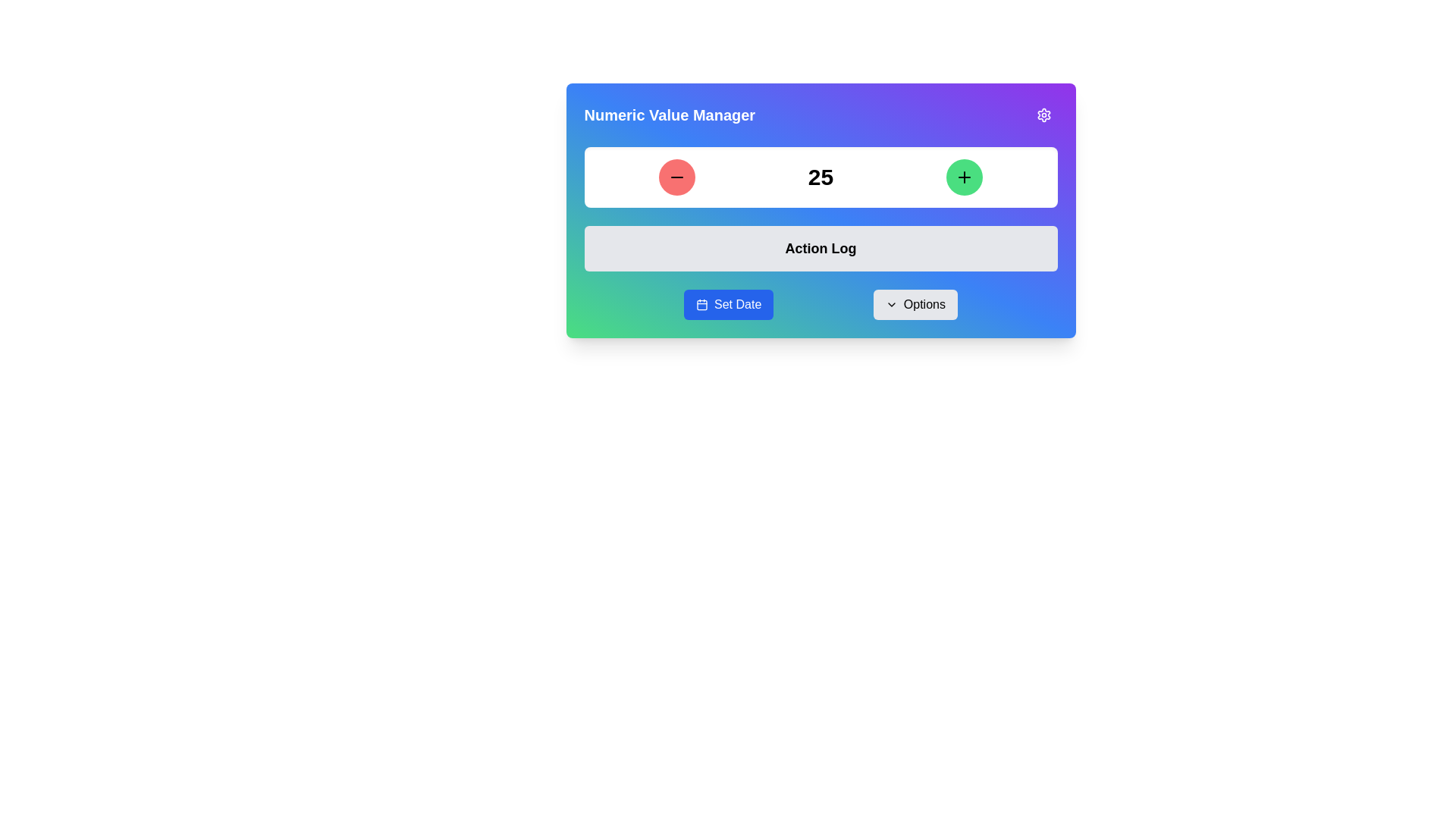 This screenshot has width=1456, height=819. What do you see at coordinates (1043, 114) in the screenshot?
I see `the gear icon within the purple circular button located at the top-right corner of the interface` at bounding box center [1043, 114].